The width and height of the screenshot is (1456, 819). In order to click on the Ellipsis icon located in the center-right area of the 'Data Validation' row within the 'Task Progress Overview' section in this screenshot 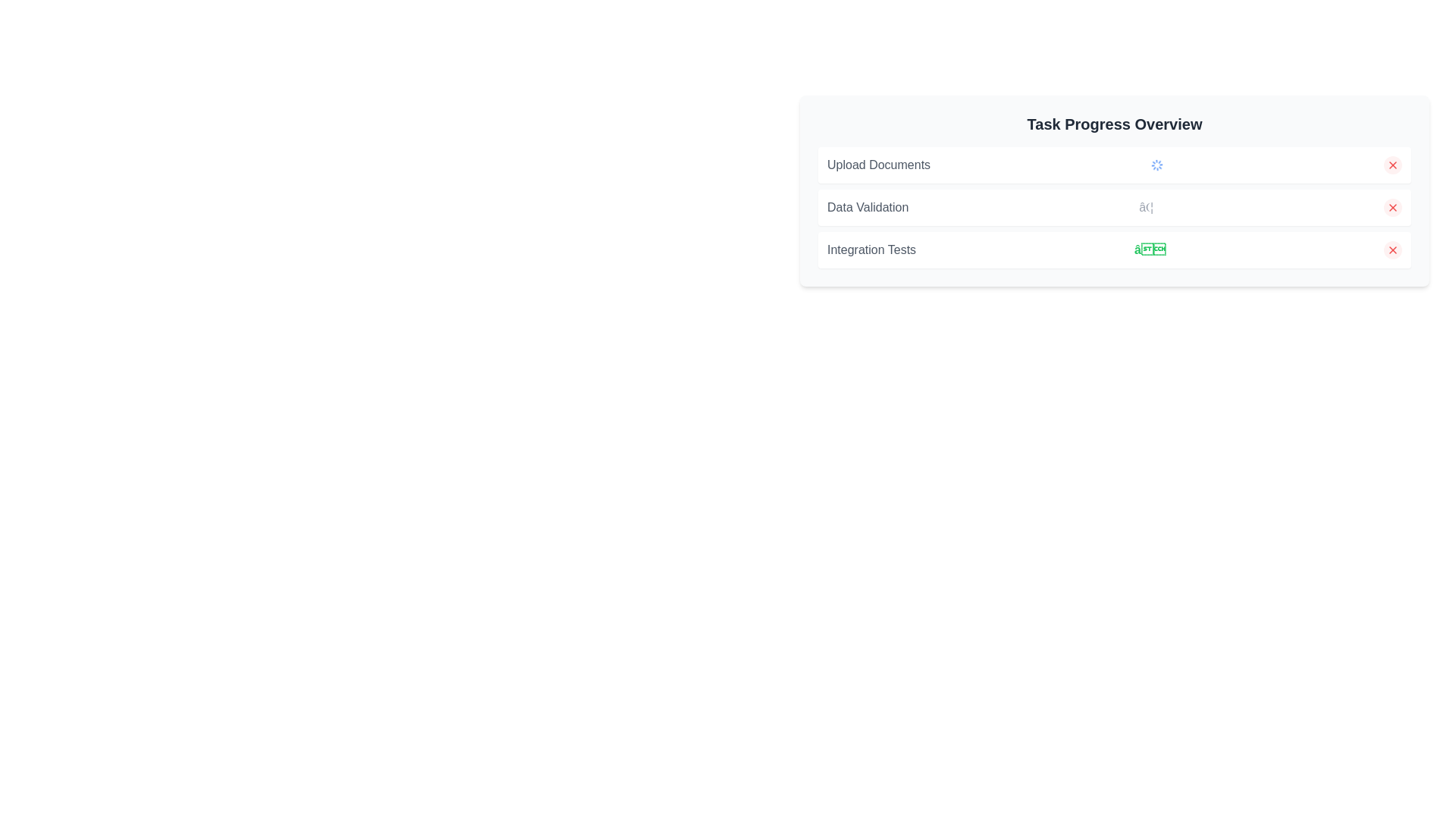, I will do `click(1146, 207)`.